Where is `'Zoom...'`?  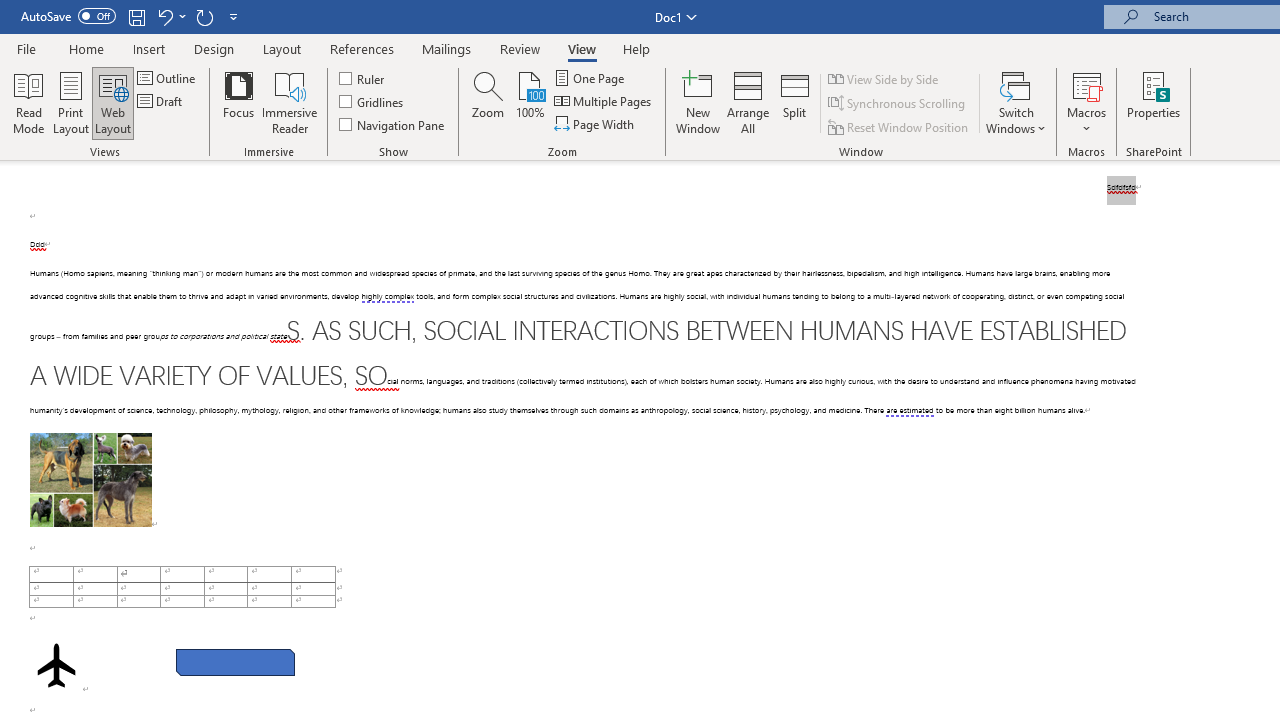 'Zoom...' is located at coordinates (488, 103).